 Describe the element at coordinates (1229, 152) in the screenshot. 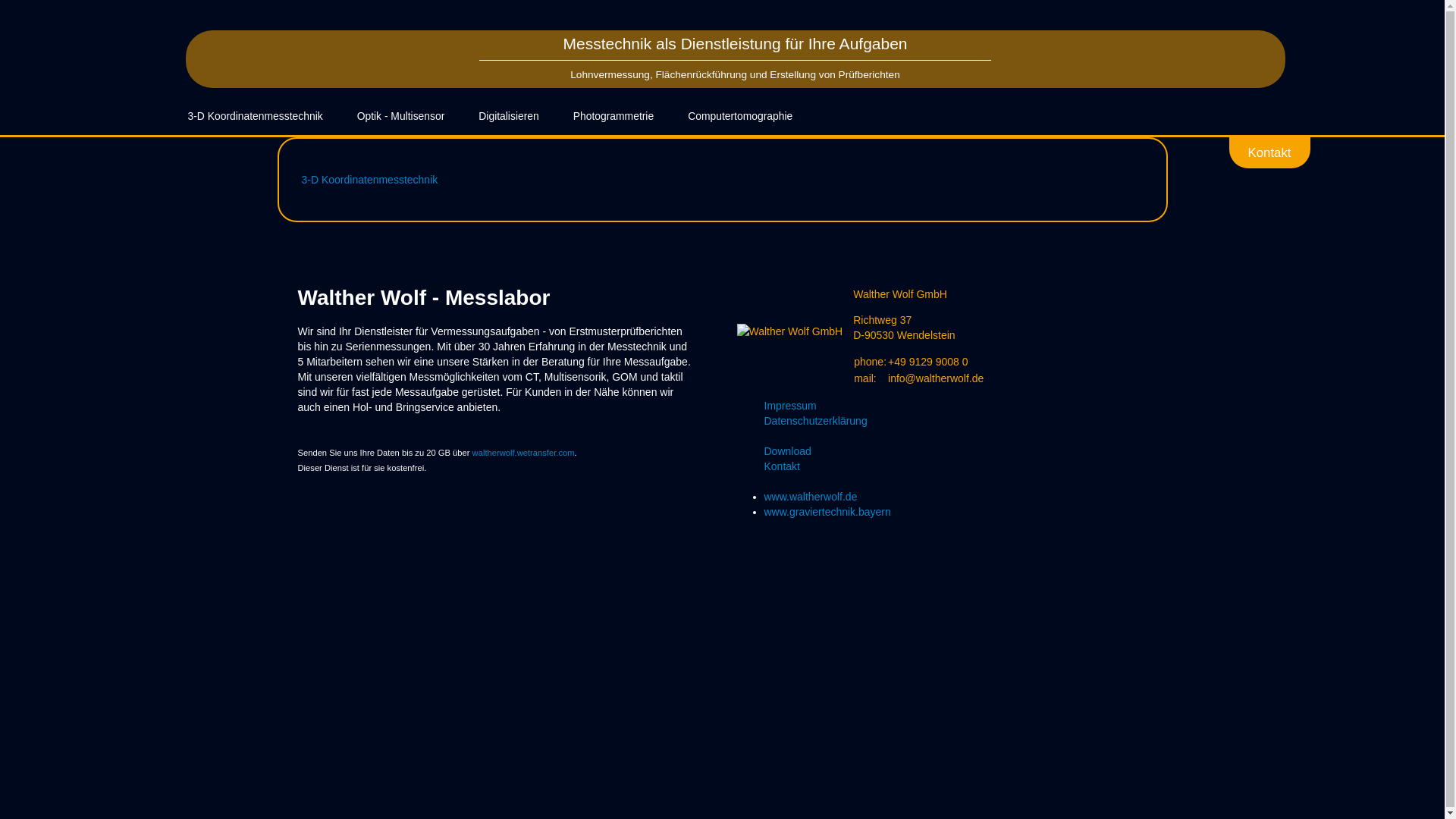

I see `'Kontakt'` at that location.